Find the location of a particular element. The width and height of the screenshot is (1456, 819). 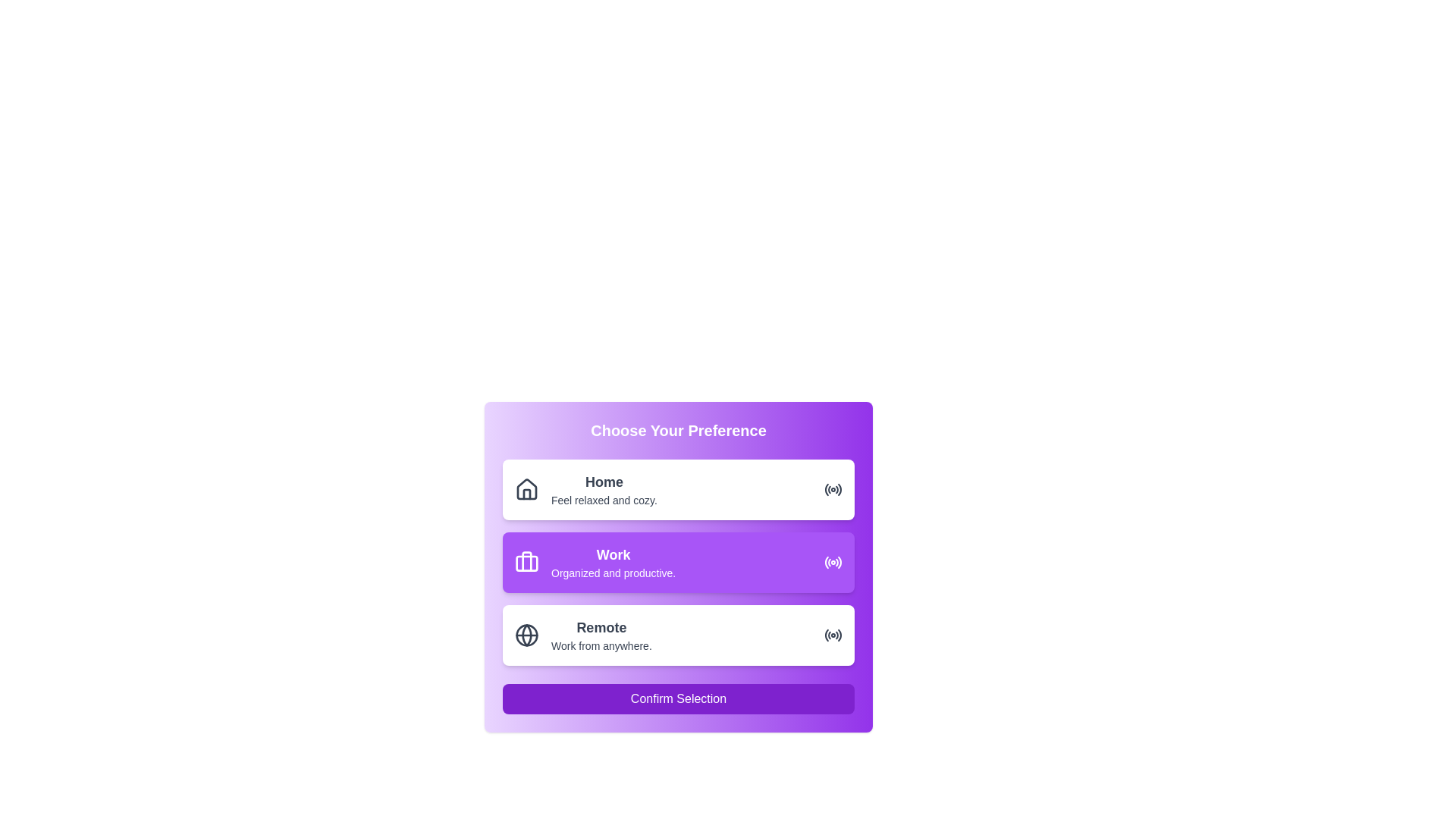

the interactive selection card labeled 'Work' is located at coordinates (677, 562).